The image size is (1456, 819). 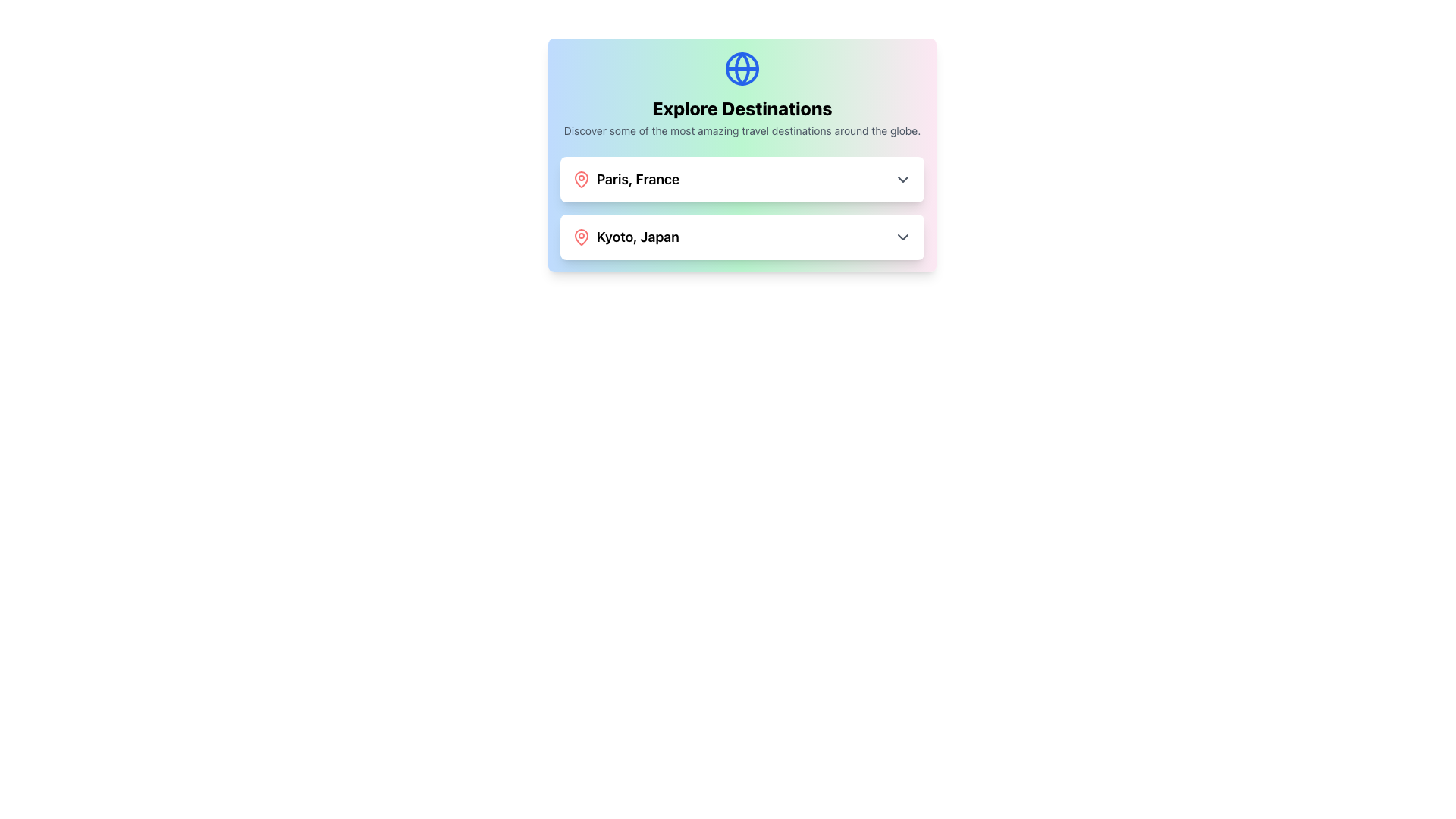 What do you see at coordinates (742, 178) in the screenshot?
I see `the chevron on the 'Paris, France' selectable item` at bounding box center [742, 178].